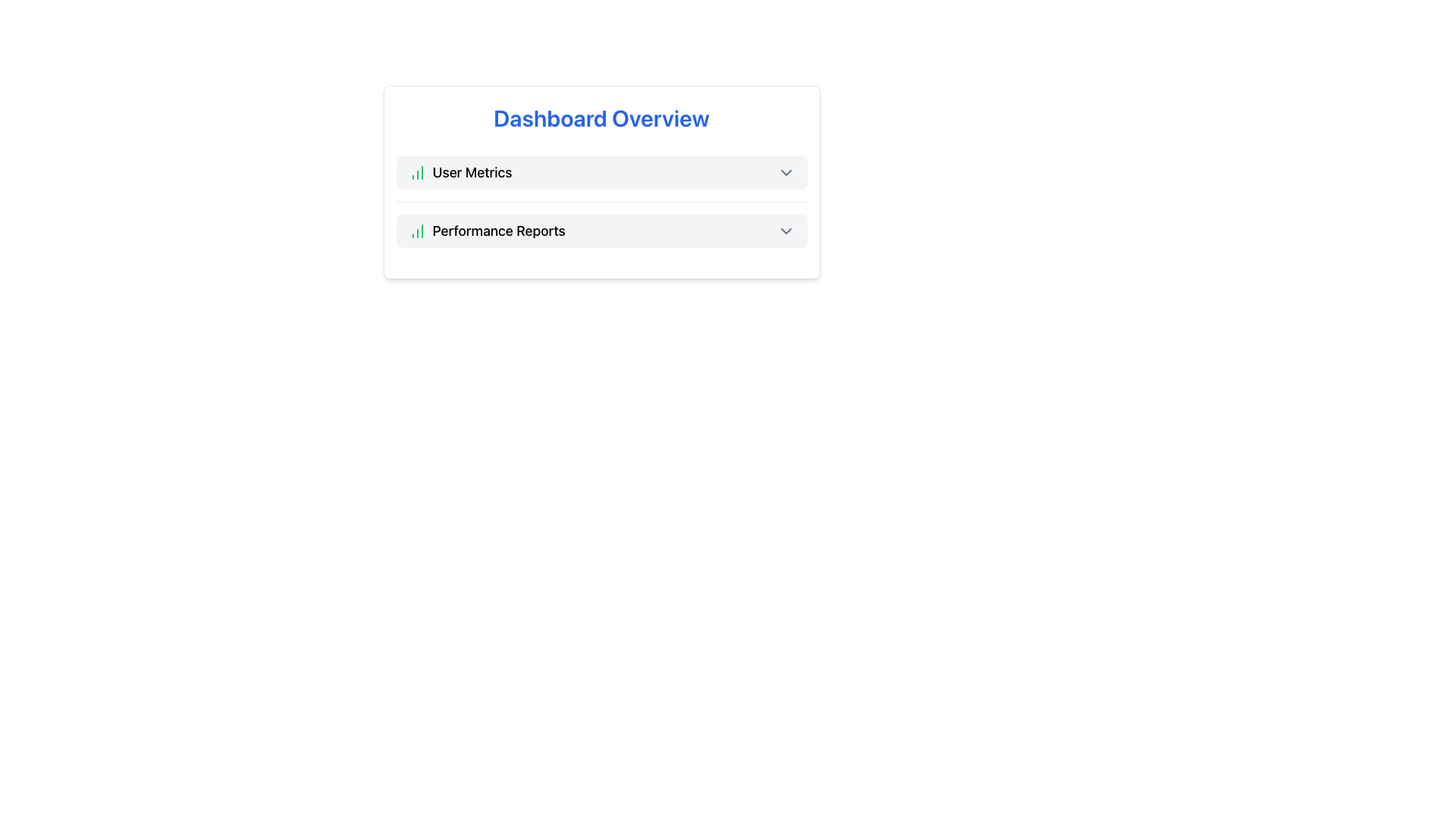 This screenshot has width=1456, height=819. I want to click on the dropdown trigger button located just below the 'User Metrics' item, so click(601, 231).